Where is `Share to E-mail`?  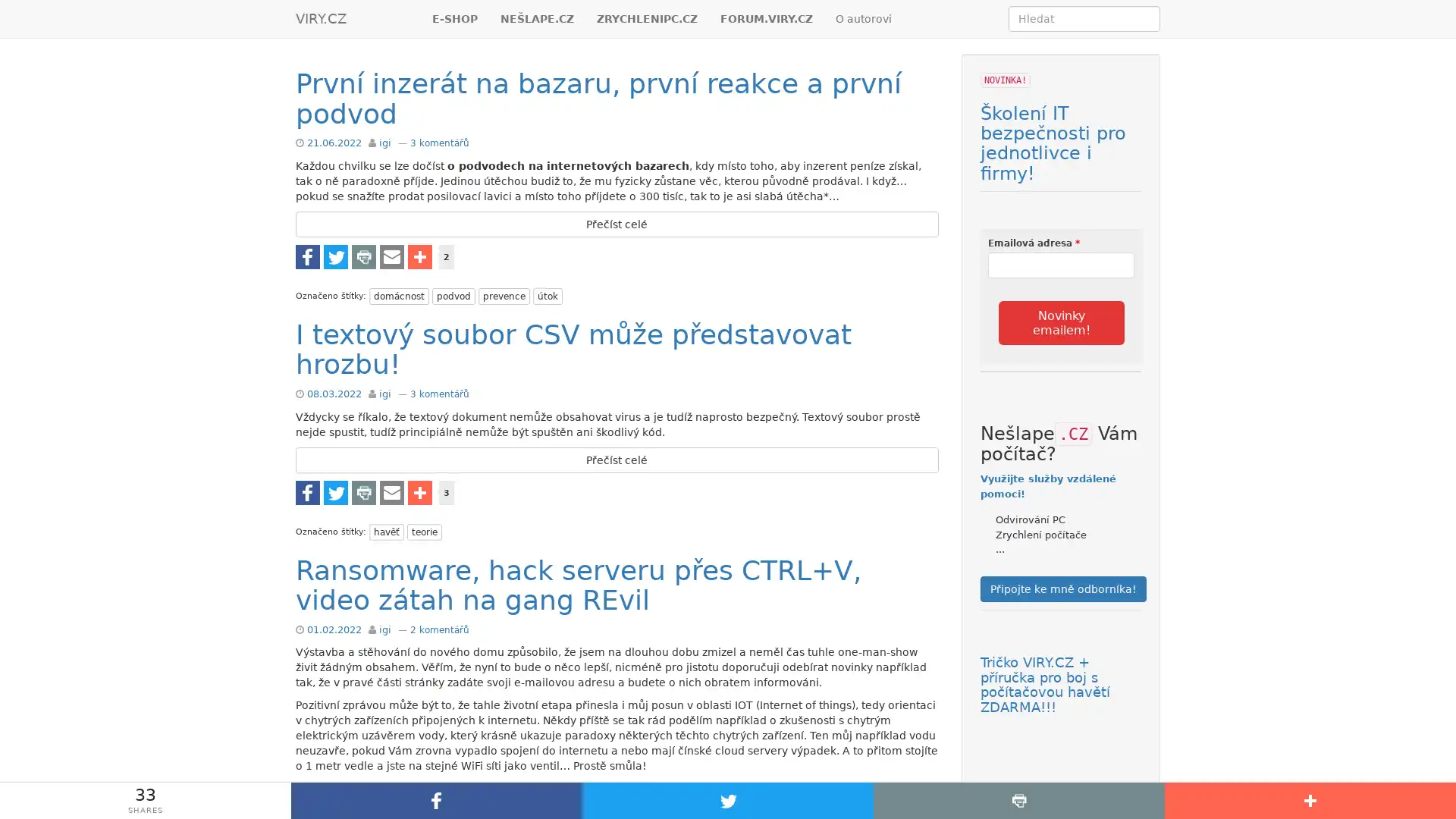 Share to E-mail is located at coordinates (392, 256).